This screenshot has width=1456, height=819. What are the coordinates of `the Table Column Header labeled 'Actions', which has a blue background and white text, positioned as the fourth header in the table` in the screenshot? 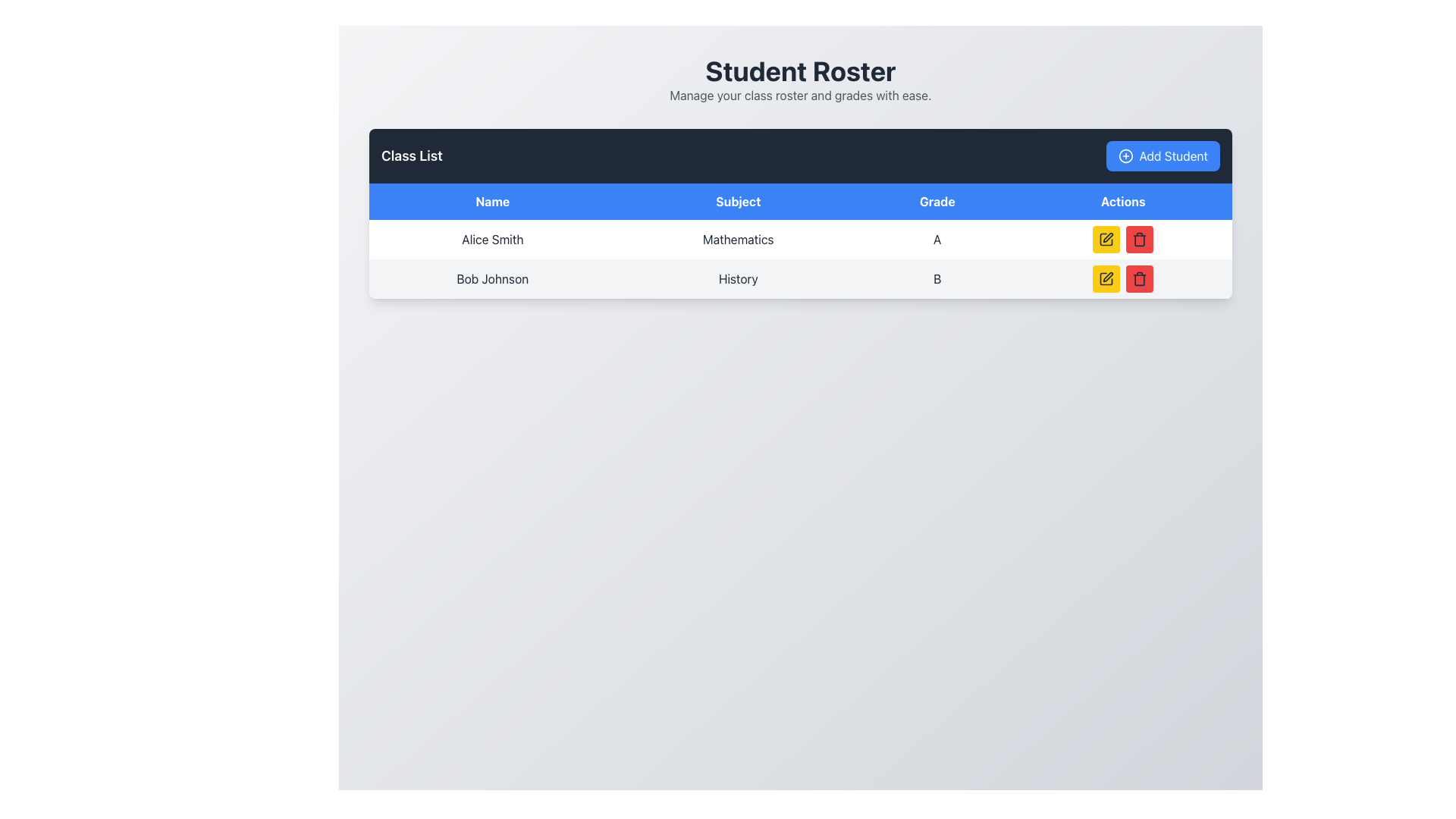 It's located at (1123, 201).